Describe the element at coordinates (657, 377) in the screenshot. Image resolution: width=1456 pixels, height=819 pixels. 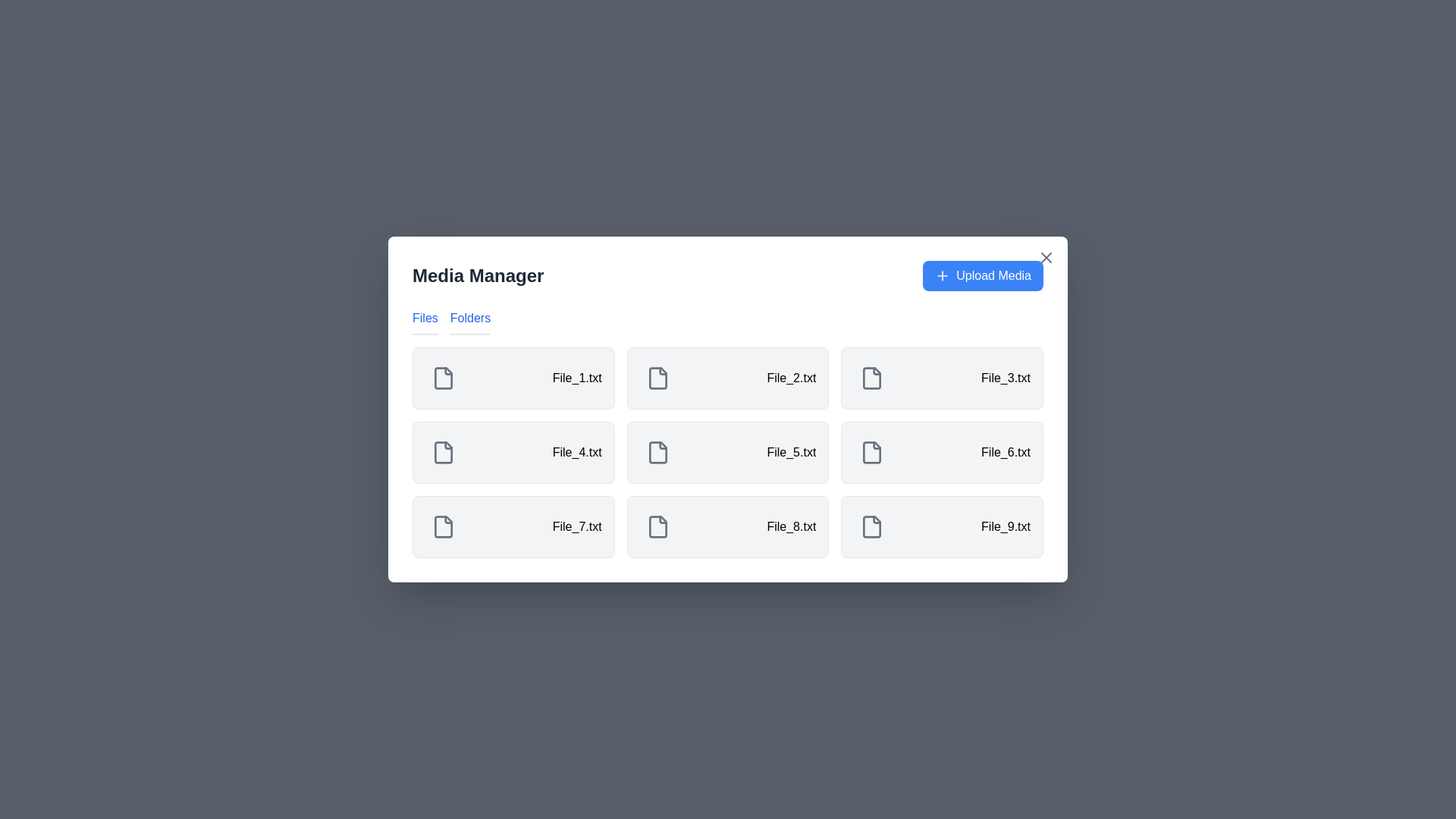
I see `the File icon (SVG graphic) located in the second column of the first row in the Media Manager interface` at that location.